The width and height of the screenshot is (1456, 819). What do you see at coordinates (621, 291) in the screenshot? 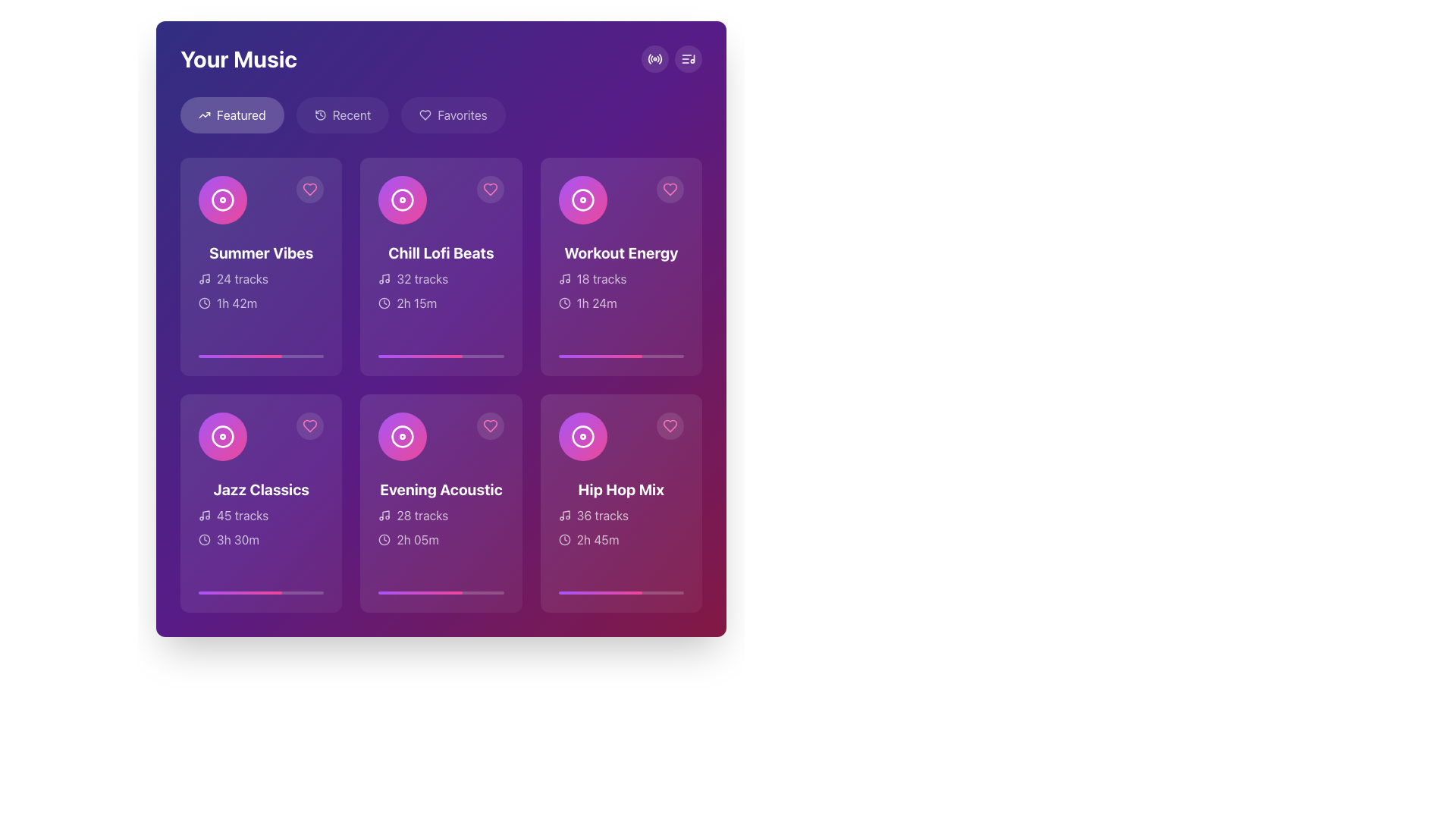
I see `the text block displaying the playlist metadata, which shows '18 tracks' and '1h 24m' duration, located in the lower section of the 'Workout Energy' card` at bounding box center [621, 291].